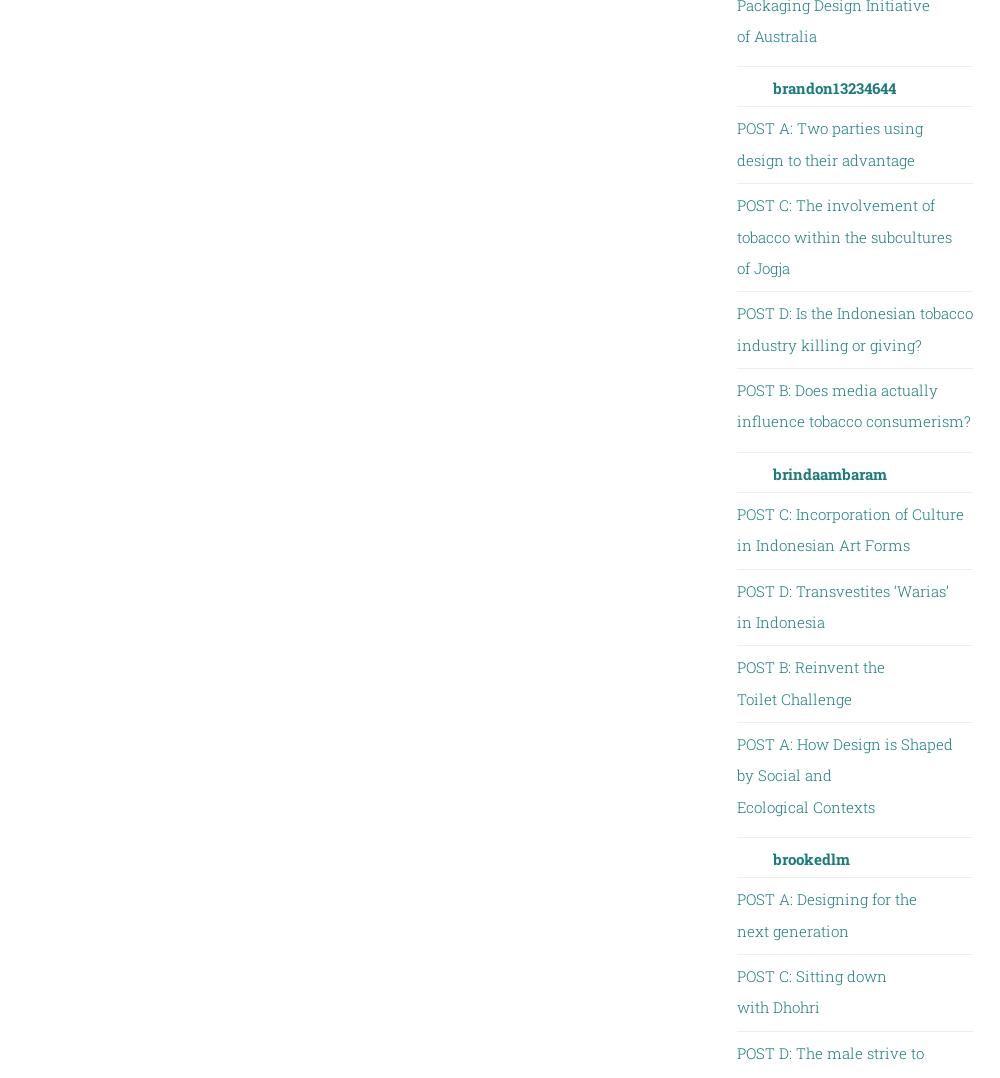 The height and width of the screenshot is (1078, 1000). What do you see at coordinates (735, 404) in the screenshot?
I see `'POST B: Does media actually influence tobacco consumerism?'` at bounding box center [735, 404].